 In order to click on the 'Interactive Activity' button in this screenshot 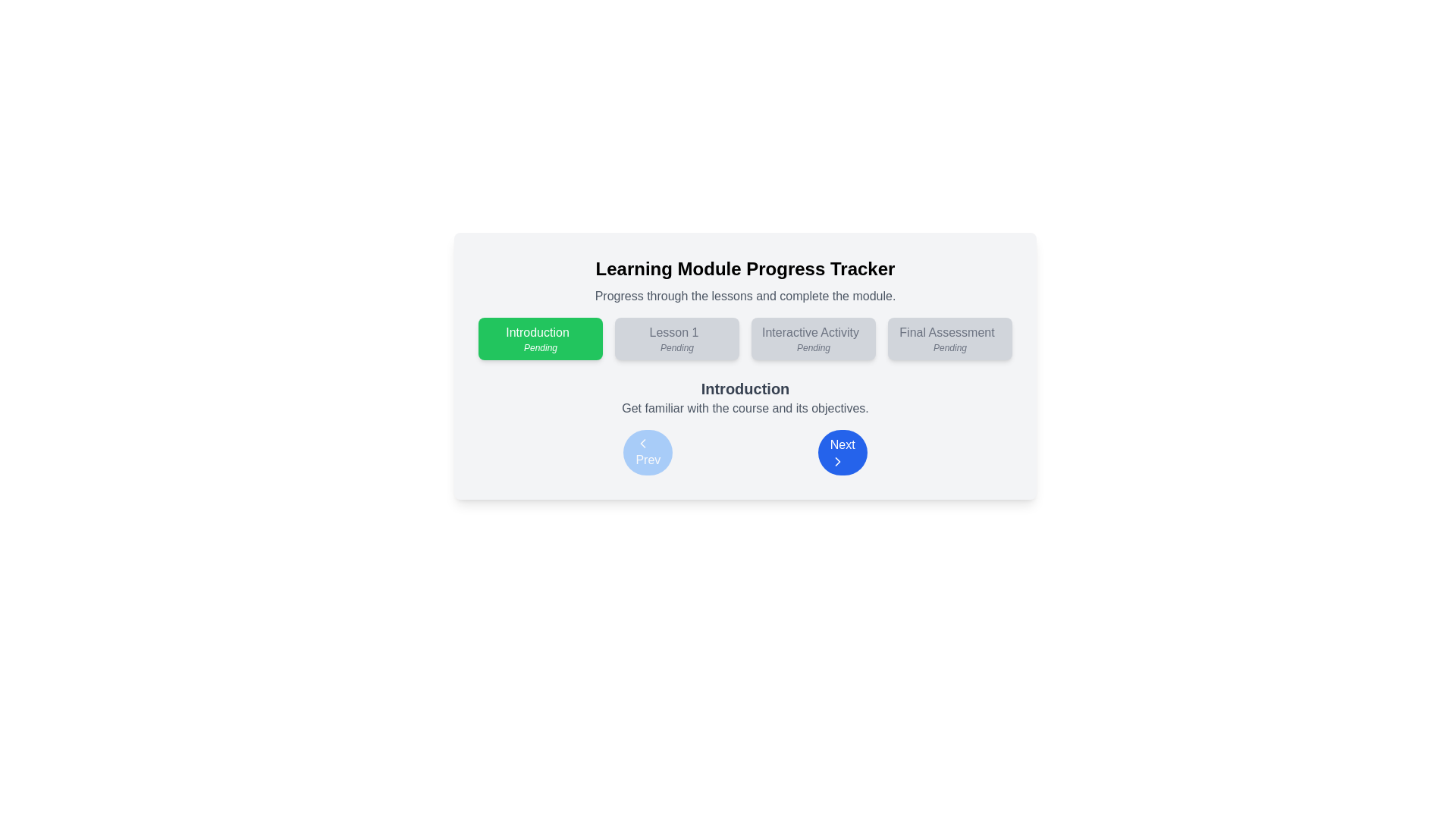, I will do `click(813, 338)`.